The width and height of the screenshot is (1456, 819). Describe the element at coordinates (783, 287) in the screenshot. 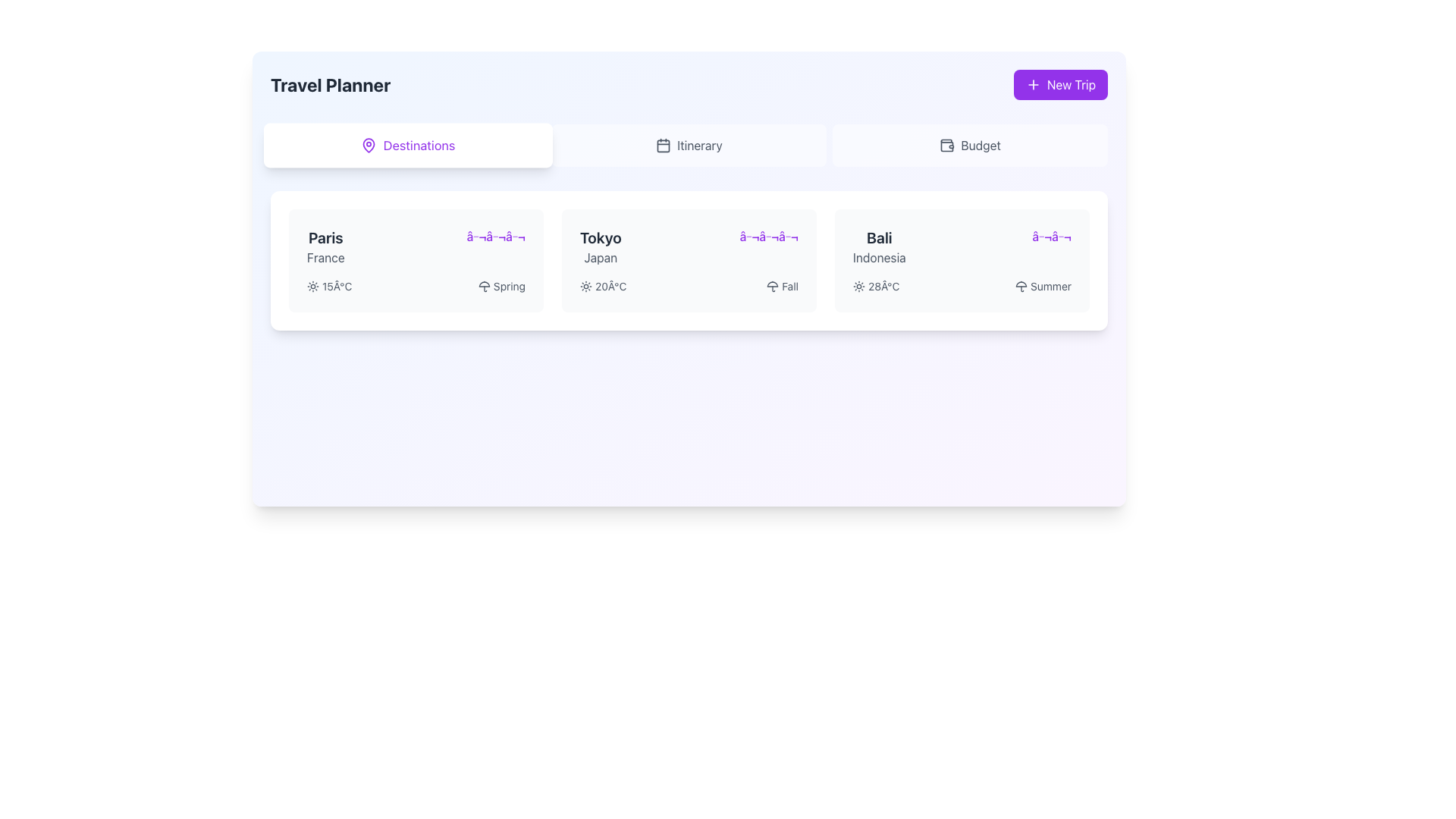

I see `the text label 'Fall' with the umbrella icon, which is located next to the temperature display '20°C' within the card for the destination 'Tokyo'` at that location.